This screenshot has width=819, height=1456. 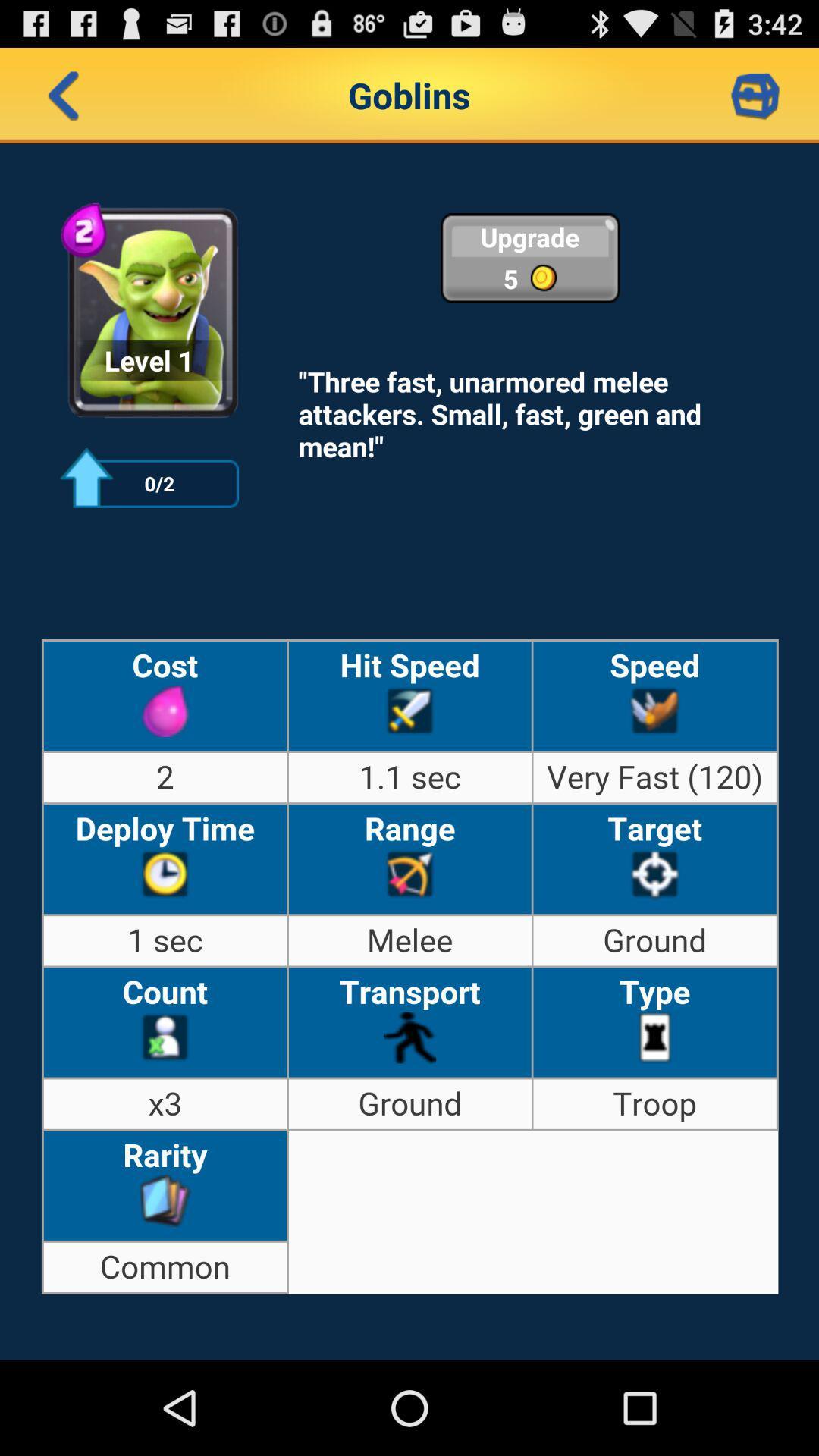 I want to click on content, so click(x=755, y=94).